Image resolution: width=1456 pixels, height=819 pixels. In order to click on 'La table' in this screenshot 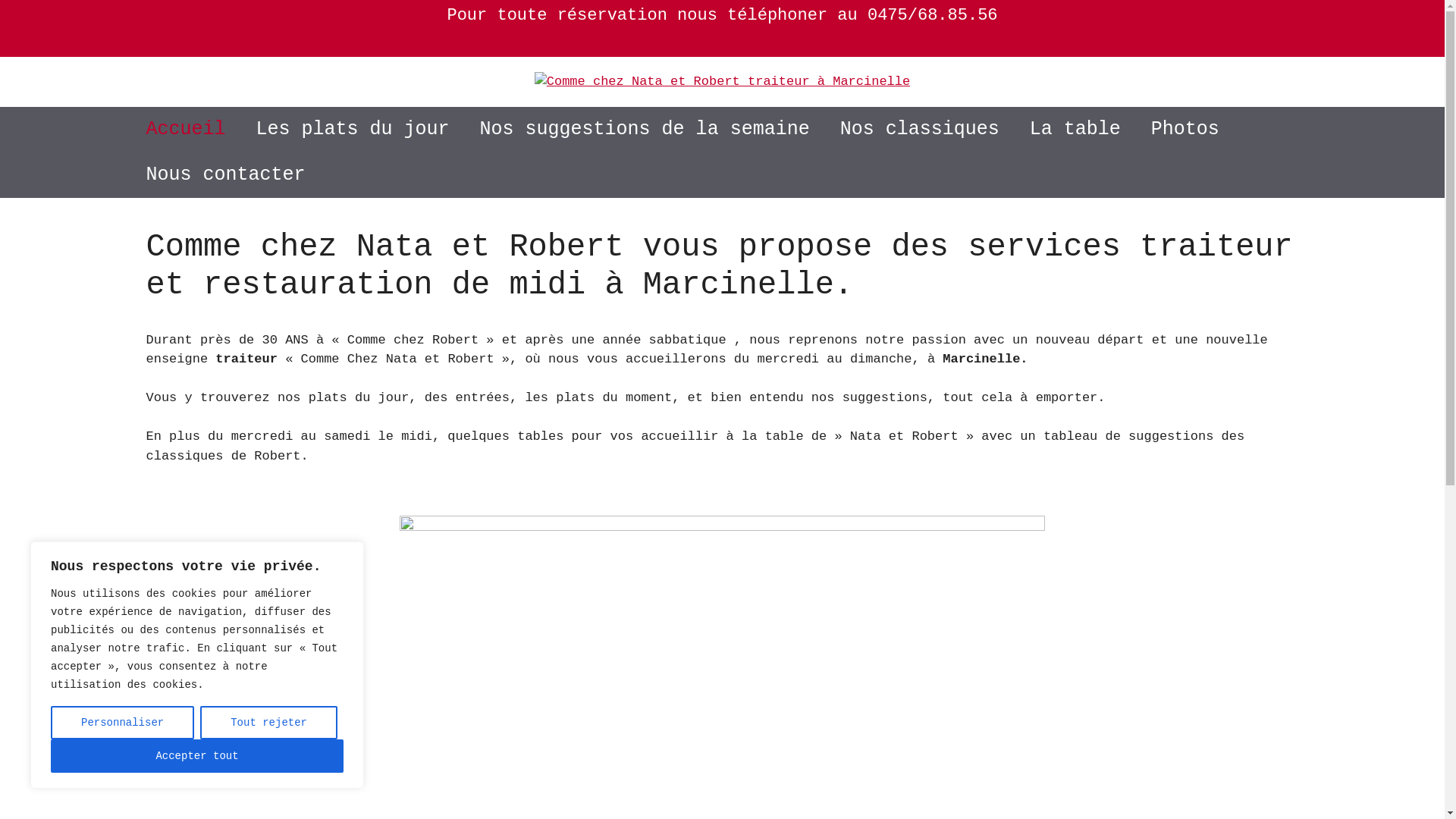, I will do `click(1015, 128)`.